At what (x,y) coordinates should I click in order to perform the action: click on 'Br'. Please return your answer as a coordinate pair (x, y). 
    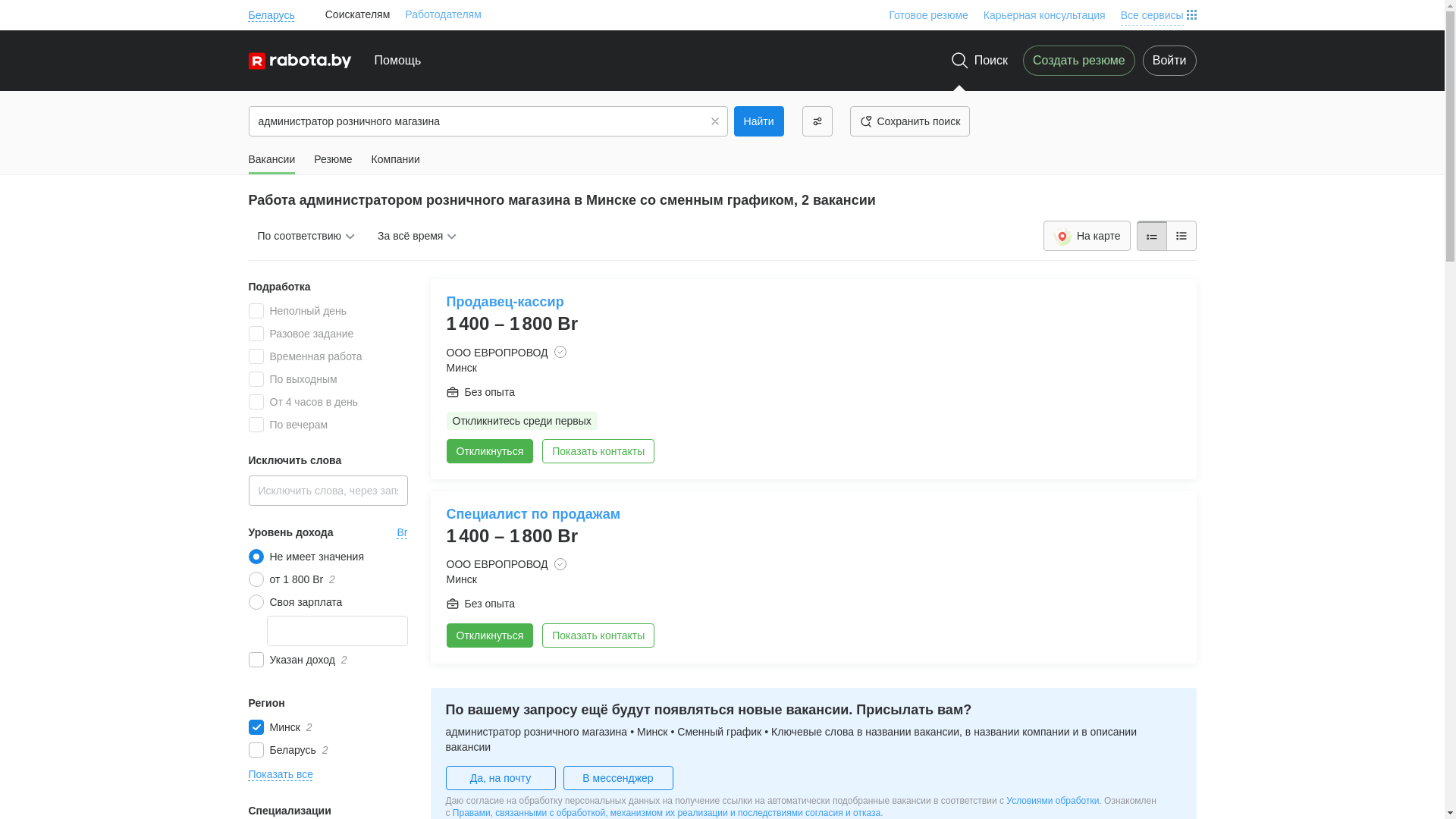
    Looking at the image, I should click on (403, 532).